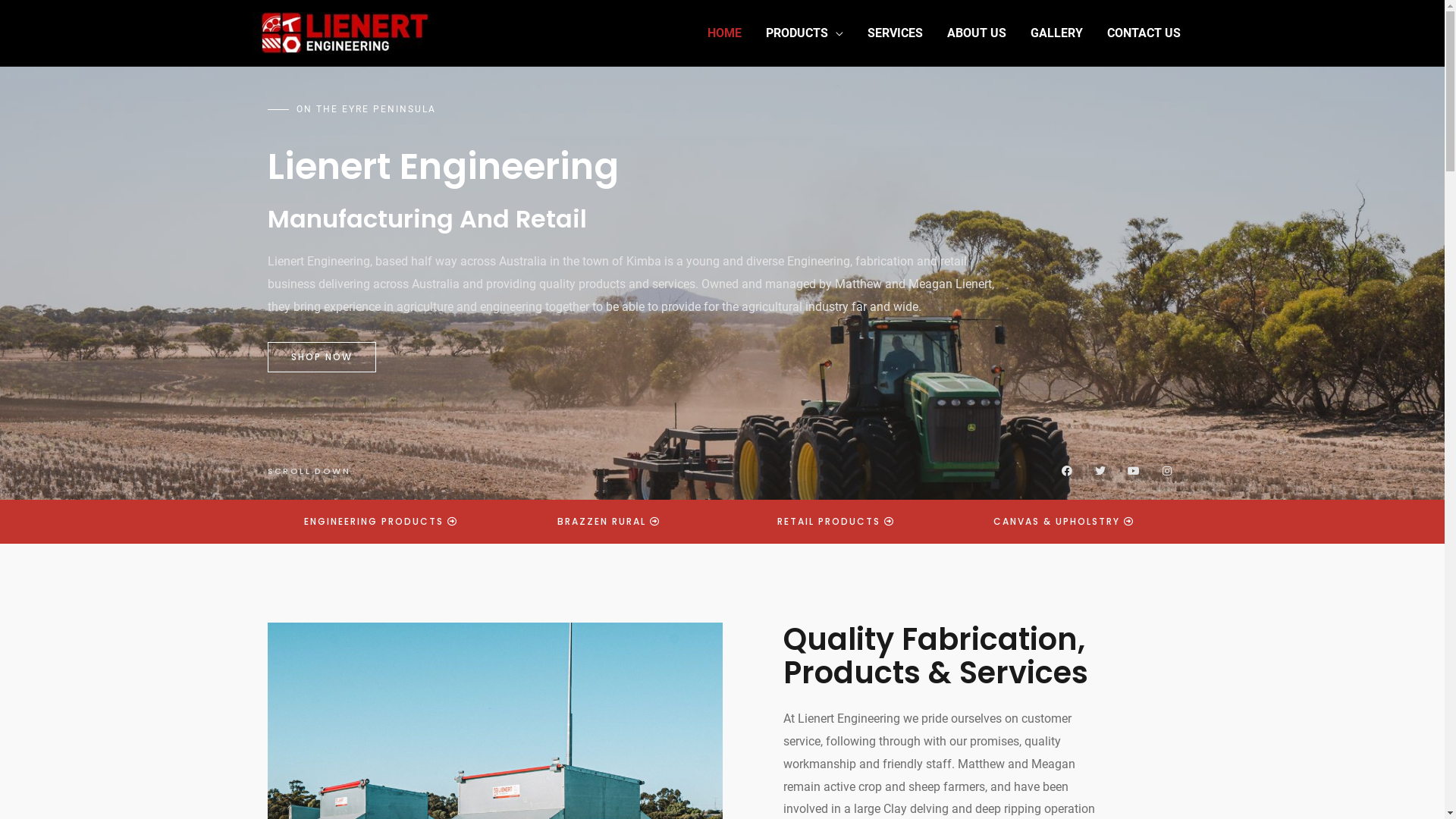 The height and width of the screenshot is (819, 1456). Describe the element at coordinates (1055, 33) in the screenshot. I see `'GALLERY'` at that location.